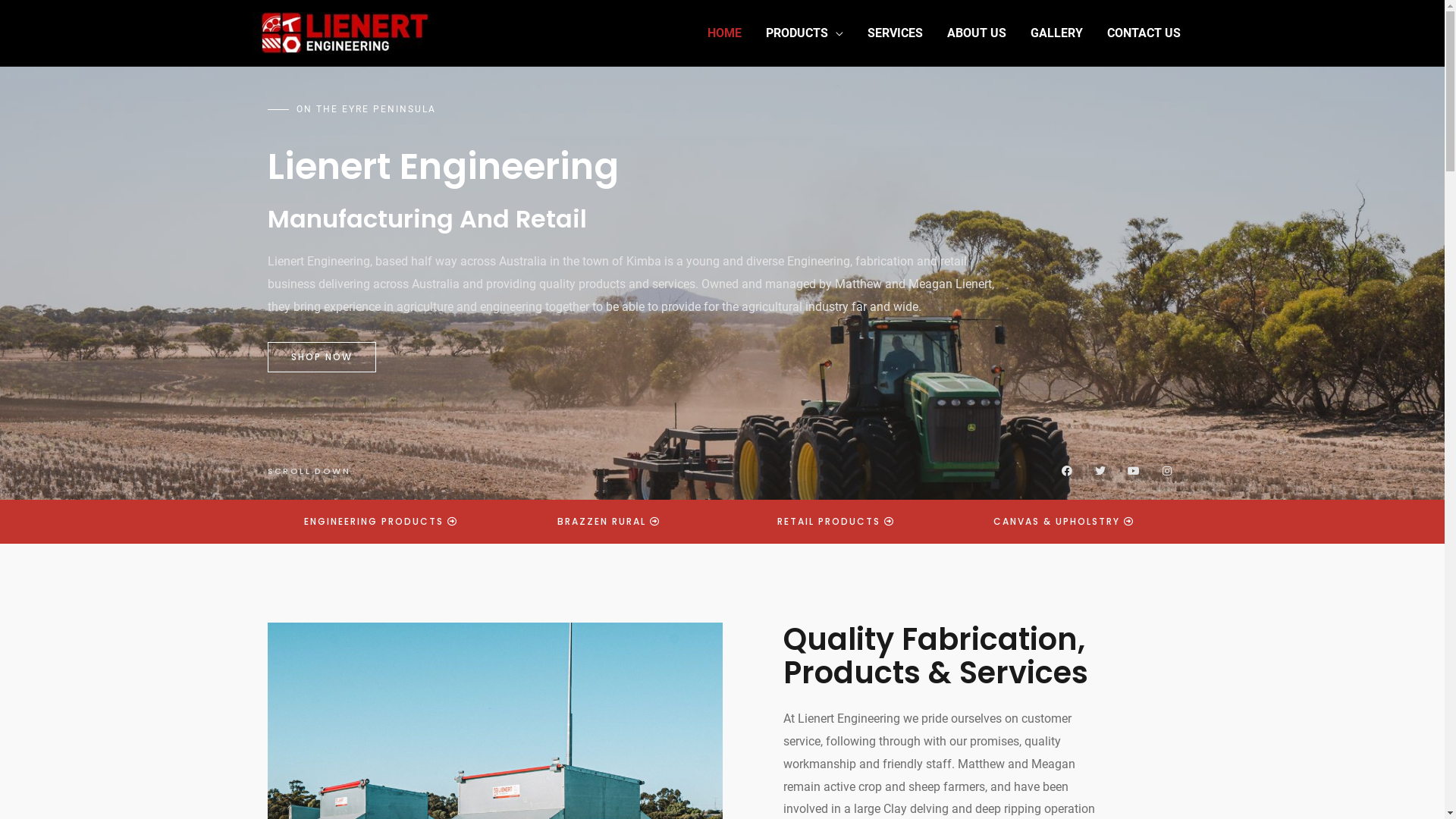 The height and width of the screenshot is (819, 1456). Describe the element at coordinates (1055, 33) in the screenshot. I see `'GALLERY'` at that location.